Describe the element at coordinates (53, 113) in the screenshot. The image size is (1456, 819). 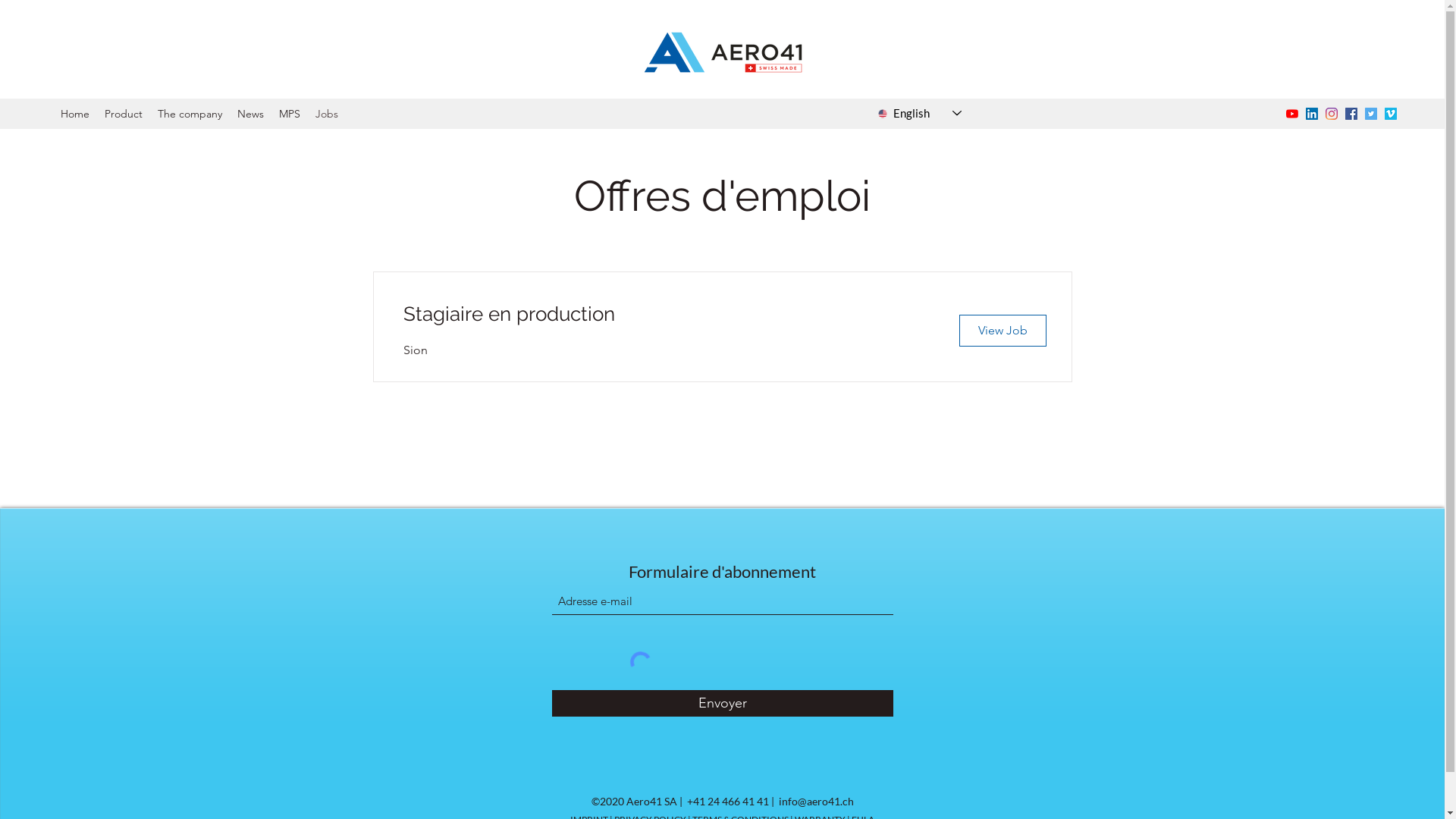
I see `'Home'` at that location.